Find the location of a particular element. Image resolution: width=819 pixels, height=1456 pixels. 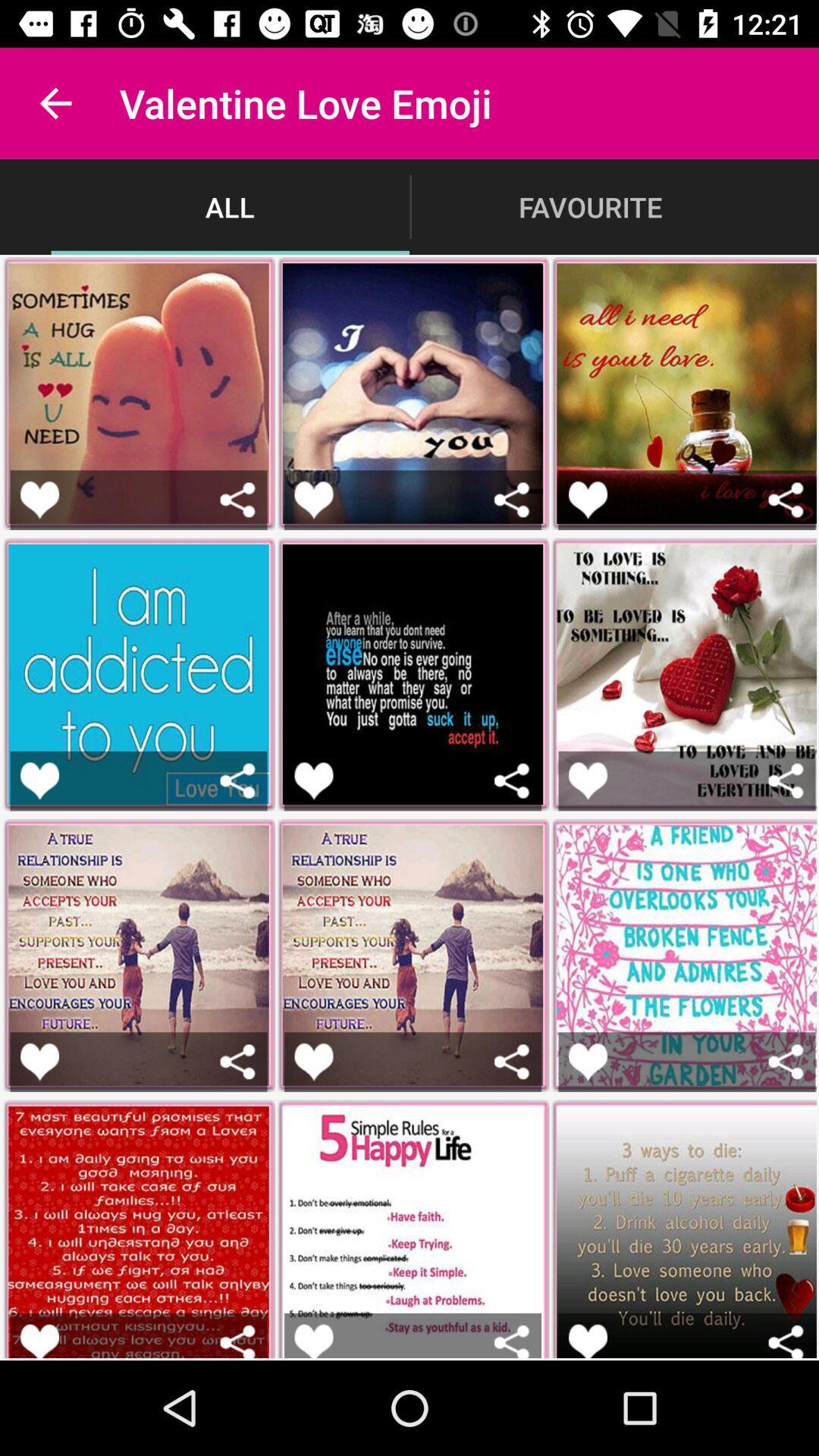

to favorites is located at coordinates (587, 1061).